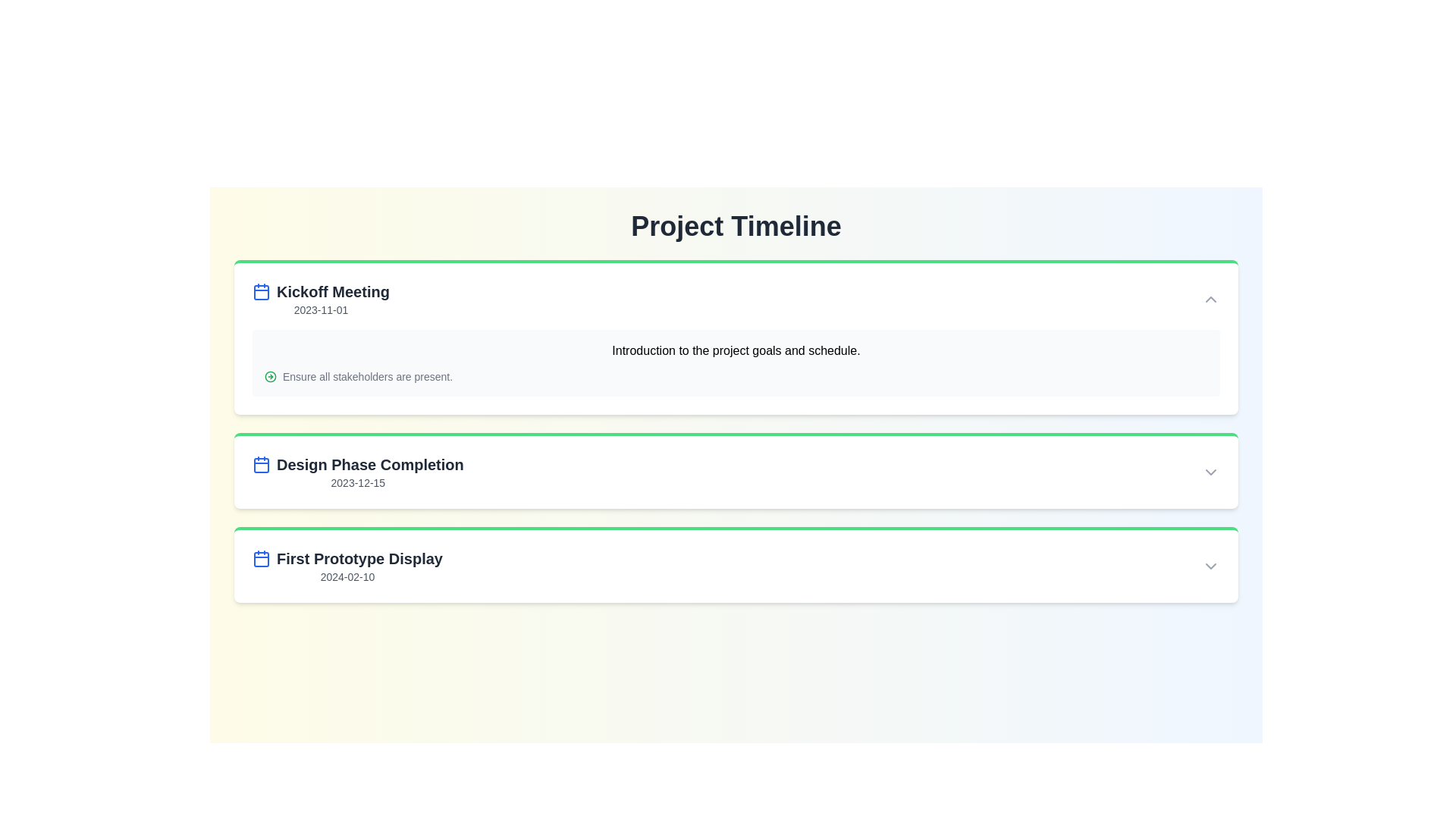 This screenshot has width=1456, height=819. What do you see at coordinates (1210, 566) in the screenshot?
I see `the downward arrow icon of the dropdown toggle button located on the far right of the row displaying 'First Prototype Display 2024-02-10'` at bounding box center [1210, 566].